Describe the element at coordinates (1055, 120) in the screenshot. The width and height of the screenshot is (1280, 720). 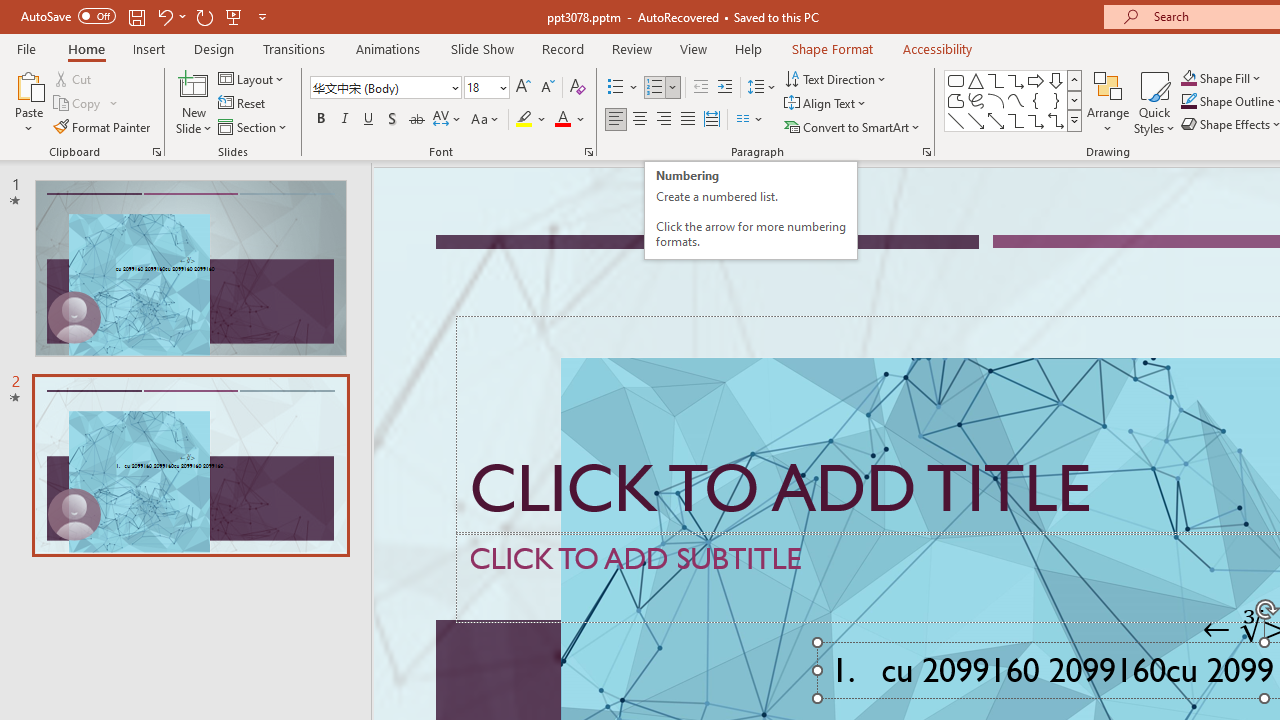
I see `'Connector: Elbow Double-Arrow'` at that location.